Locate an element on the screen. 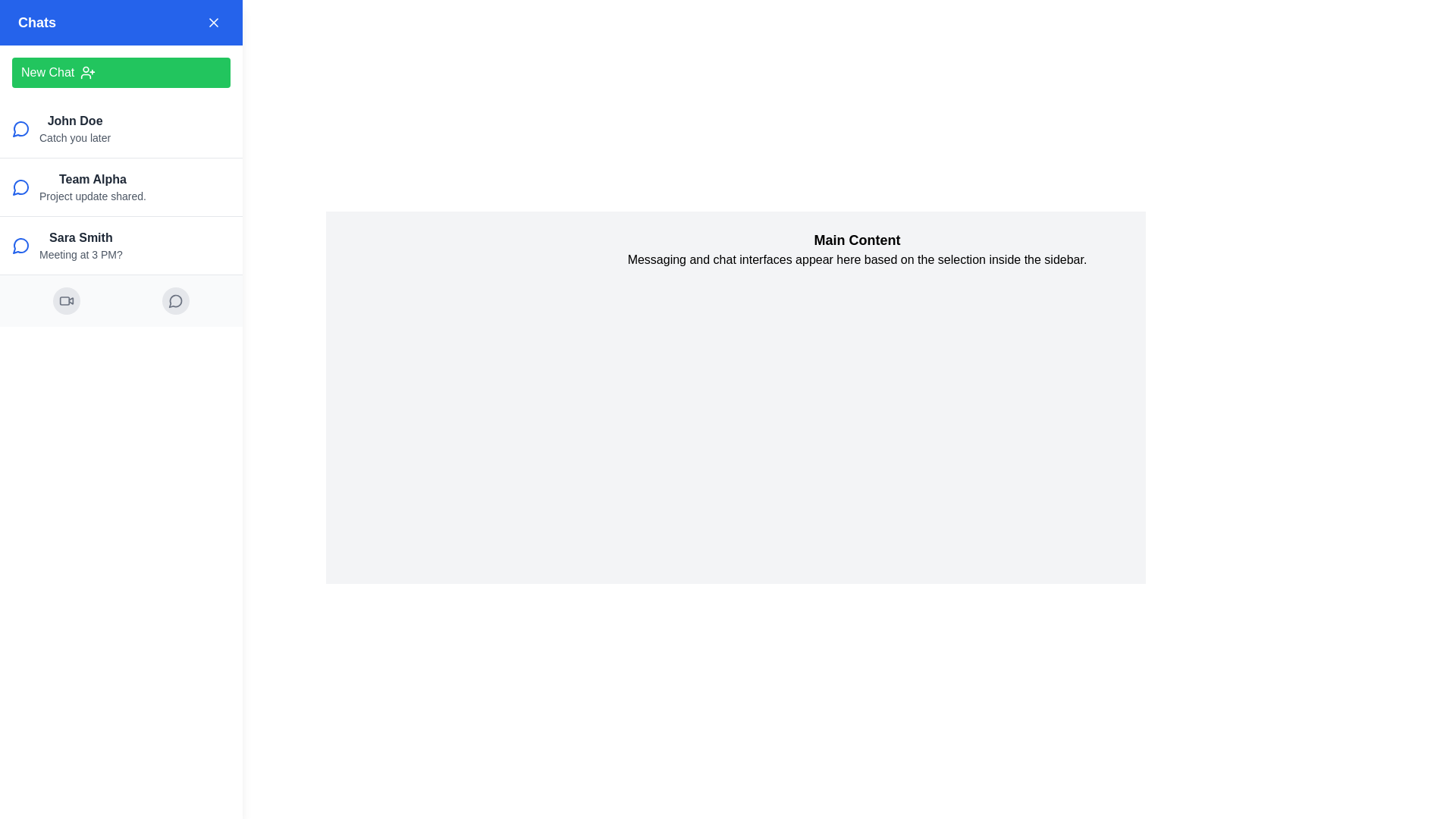 This screenshot has width=1456, height=819. the chat icon for 'Team Alpha' located in the top-left corner of the sidebar to initiate an action related to the chat is located at coordinates (21, 186).